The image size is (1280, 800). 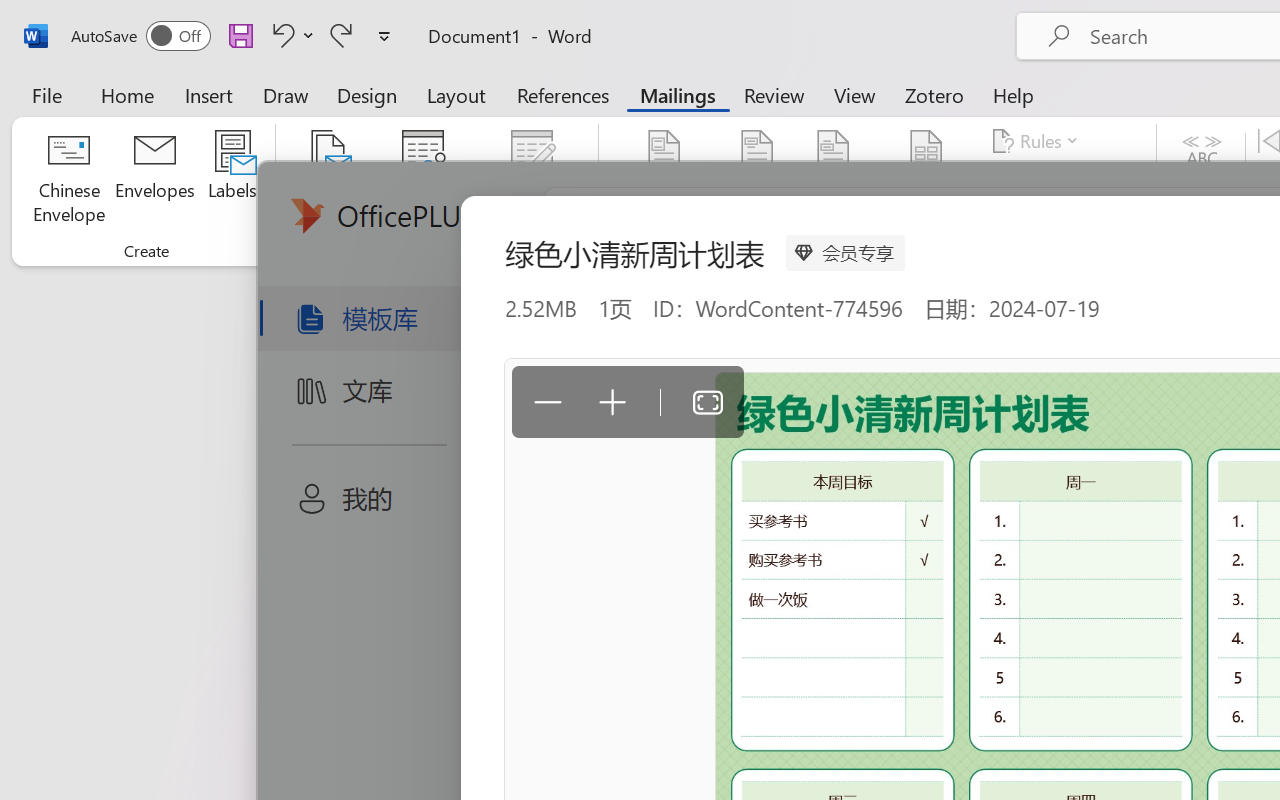 What do you see at coordinates (289, 34) in the screenshot?
I see `'Undo Apply Quick Style Set'` at bounding box center [289, 34].